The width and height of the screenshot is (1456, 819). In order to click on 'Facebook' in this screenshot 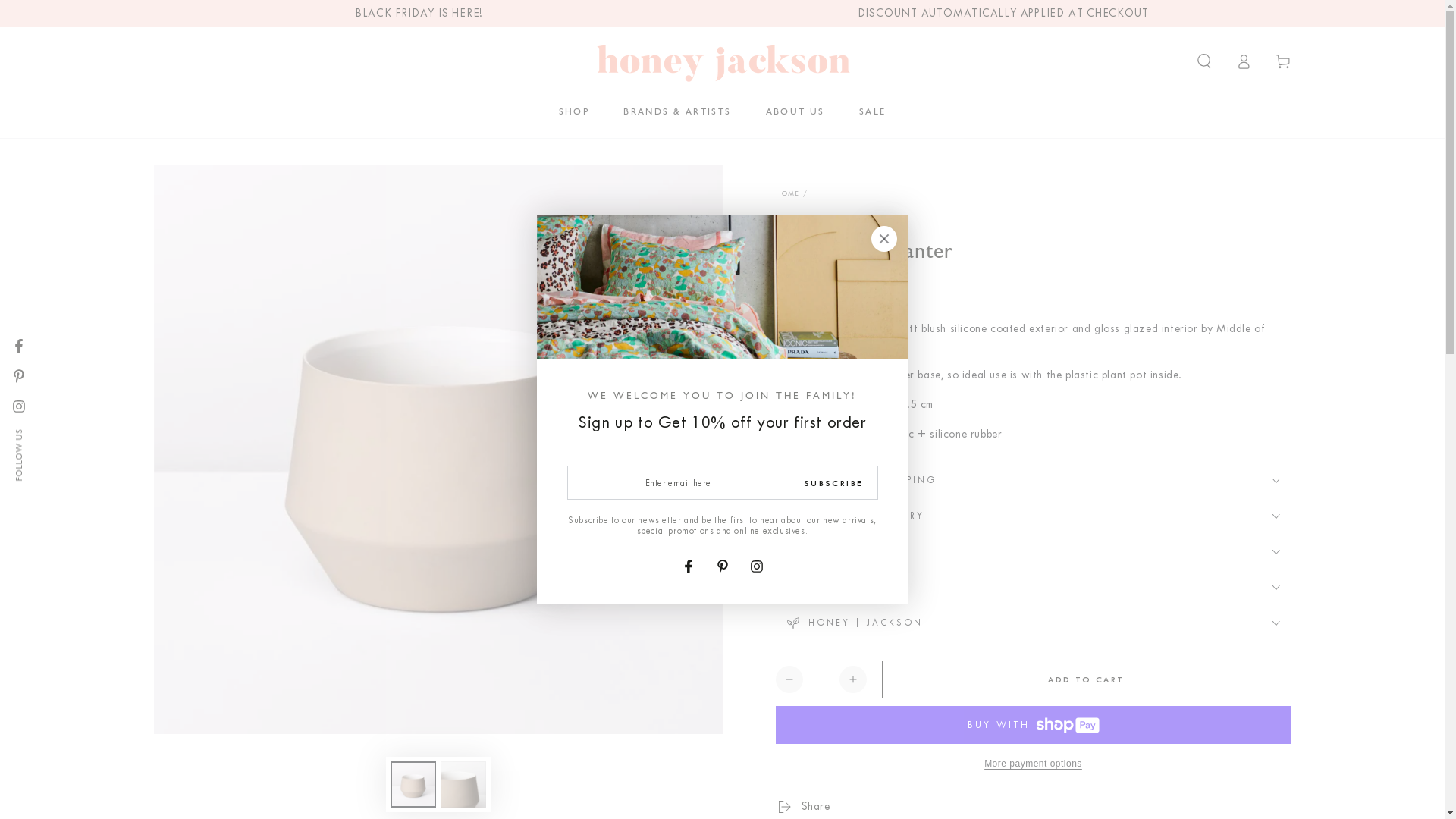, I will do `click(3, 345)`.